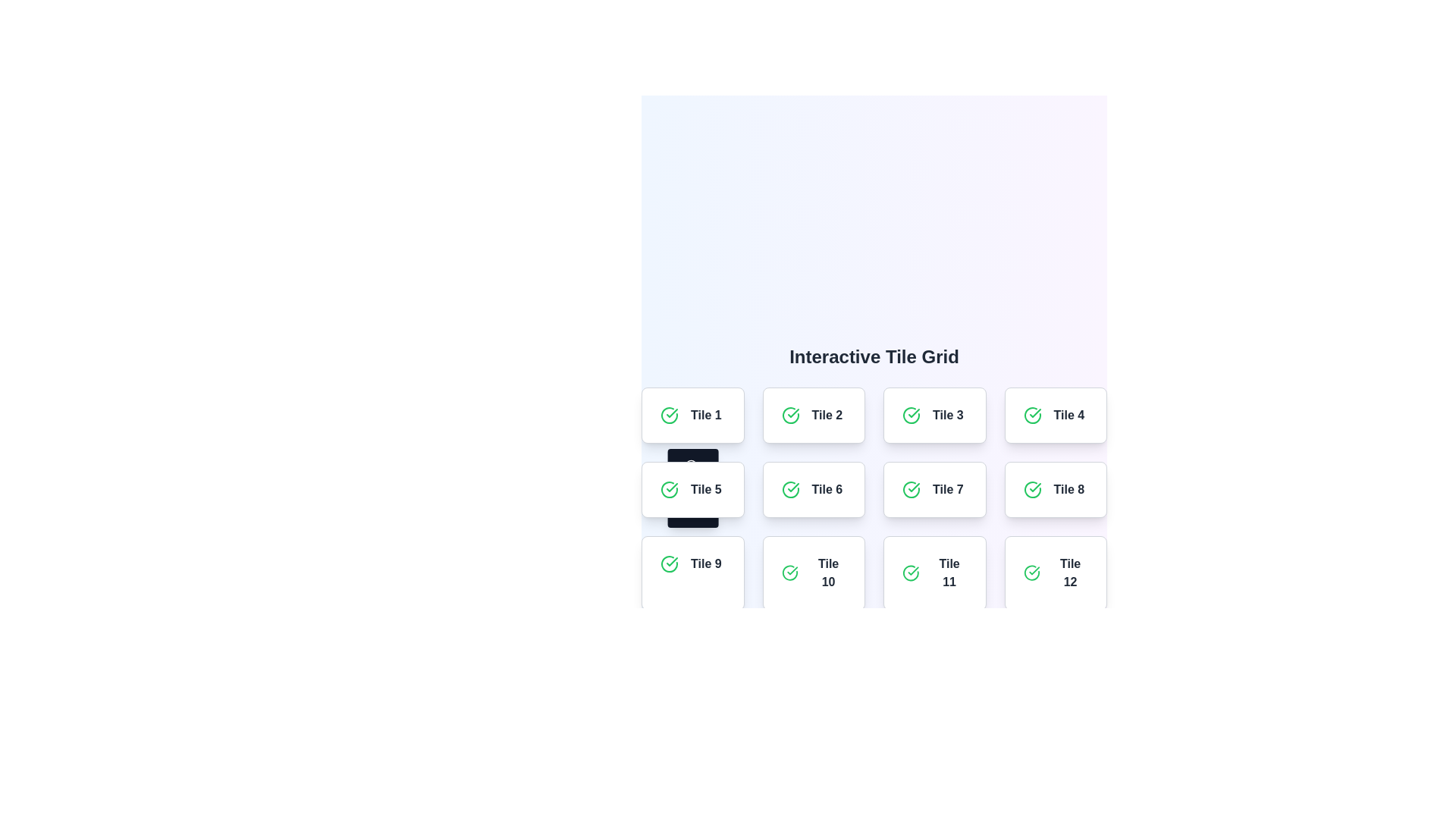 The image size is (1456, 819). Describe the element at coordinates (705, 564) in the screenshot. I see `the text label displaying 'Tile 9', which is styled in bold gray font and located in the bottom-left section of the ninth tile in the grid layout` at that location.